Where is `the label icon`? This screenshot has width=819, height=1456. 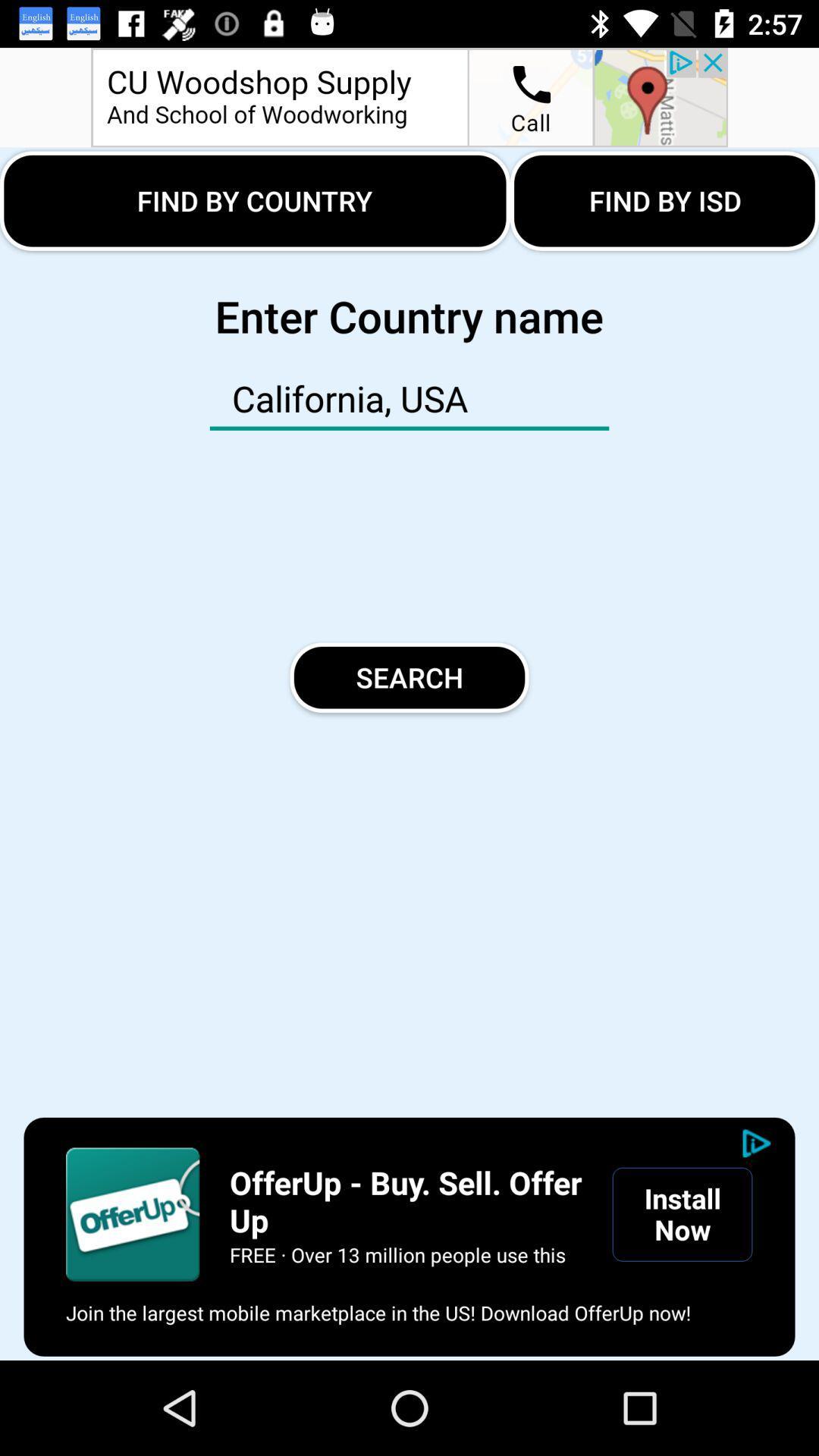 the label icon is located at coordinates (132, 1214).